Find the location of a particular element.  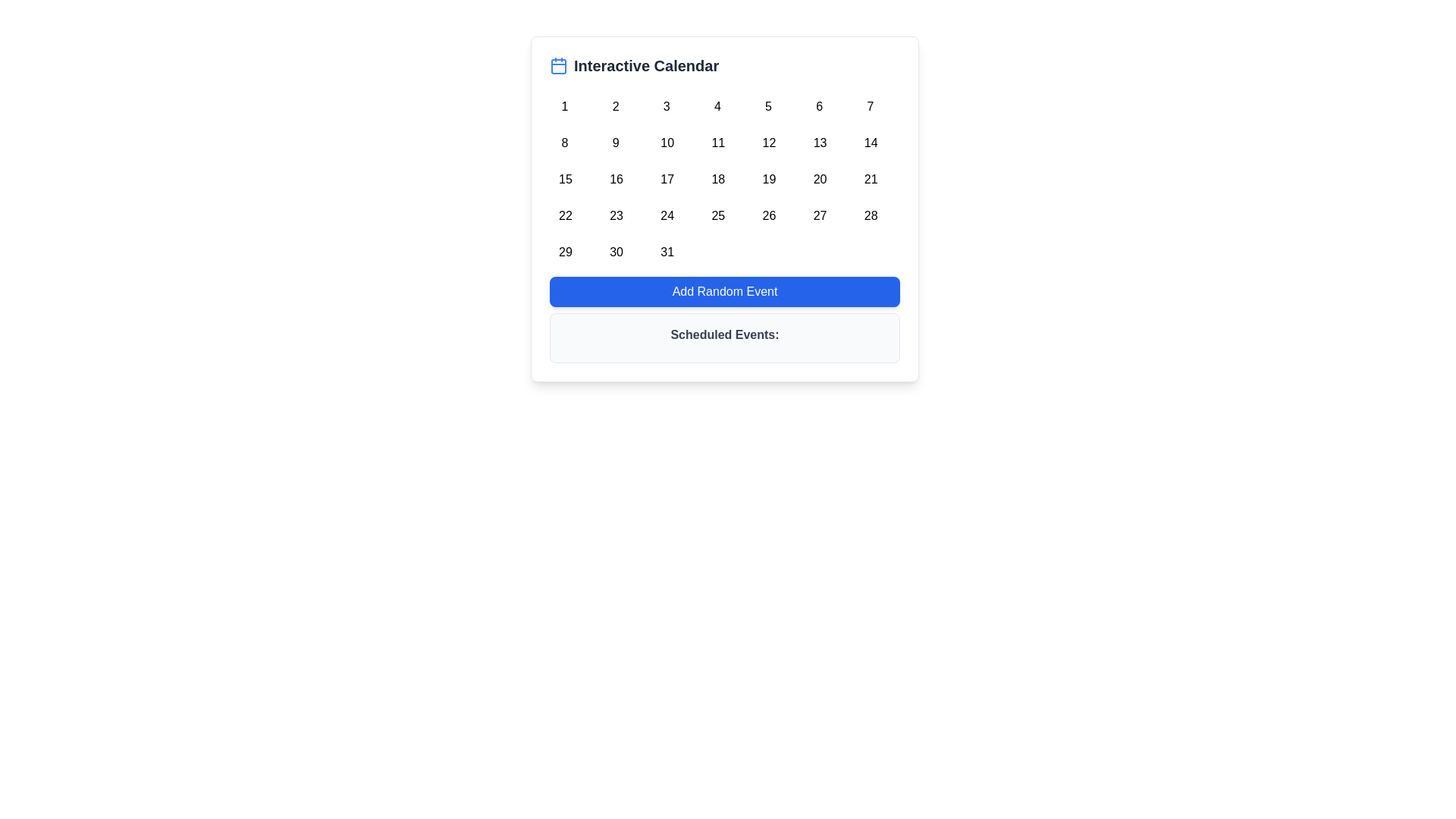

the square-shaped button labeled '12' in the interactive calendar interface is located at coordinates (768, 140).